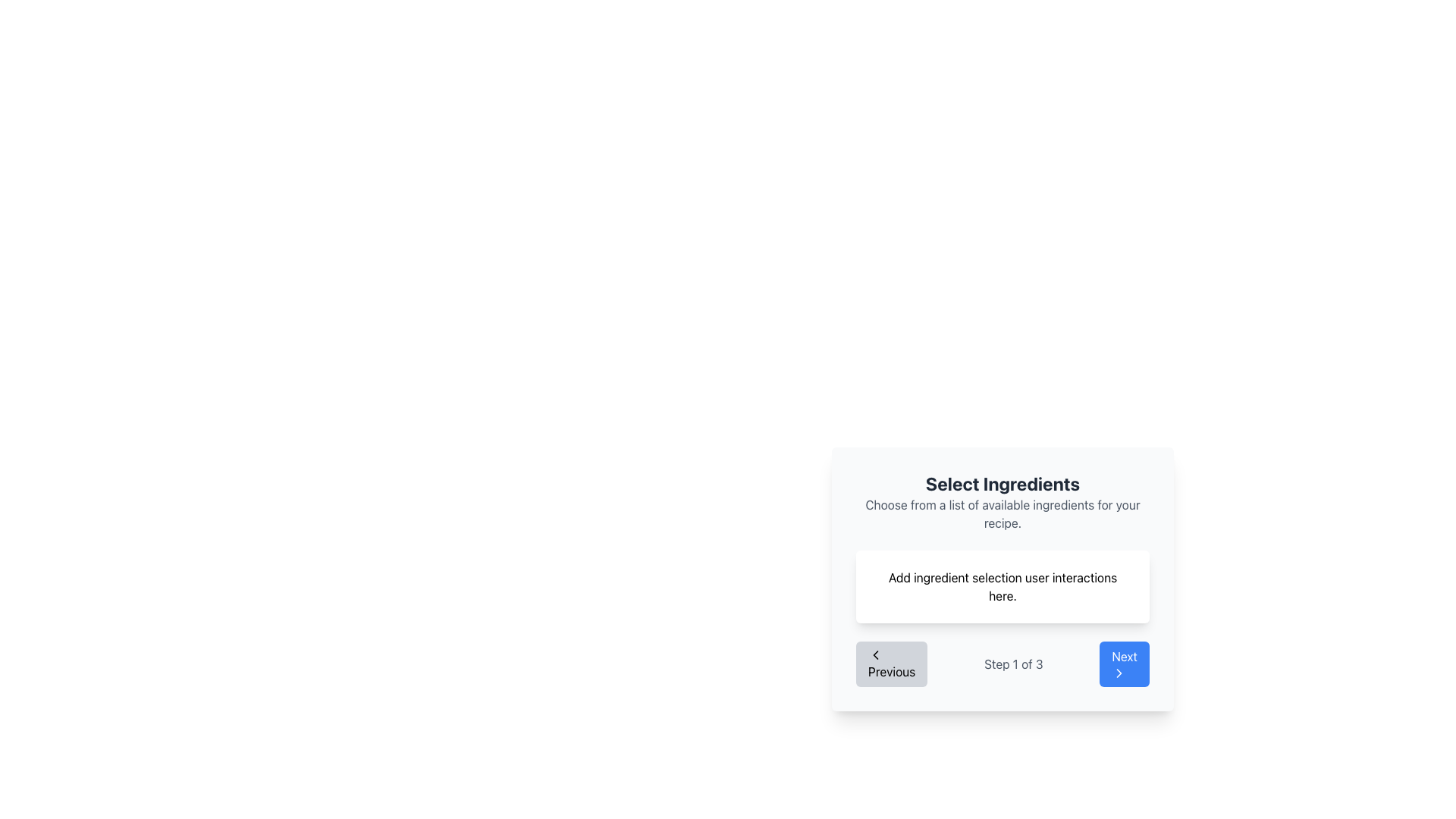  I want to click on the text label stating 'Choose from a list of available ingredients for your recipe.', which is styled in a smaller light gray font and positioned below the heading 'Select Ingredients', so click(1003, 513).